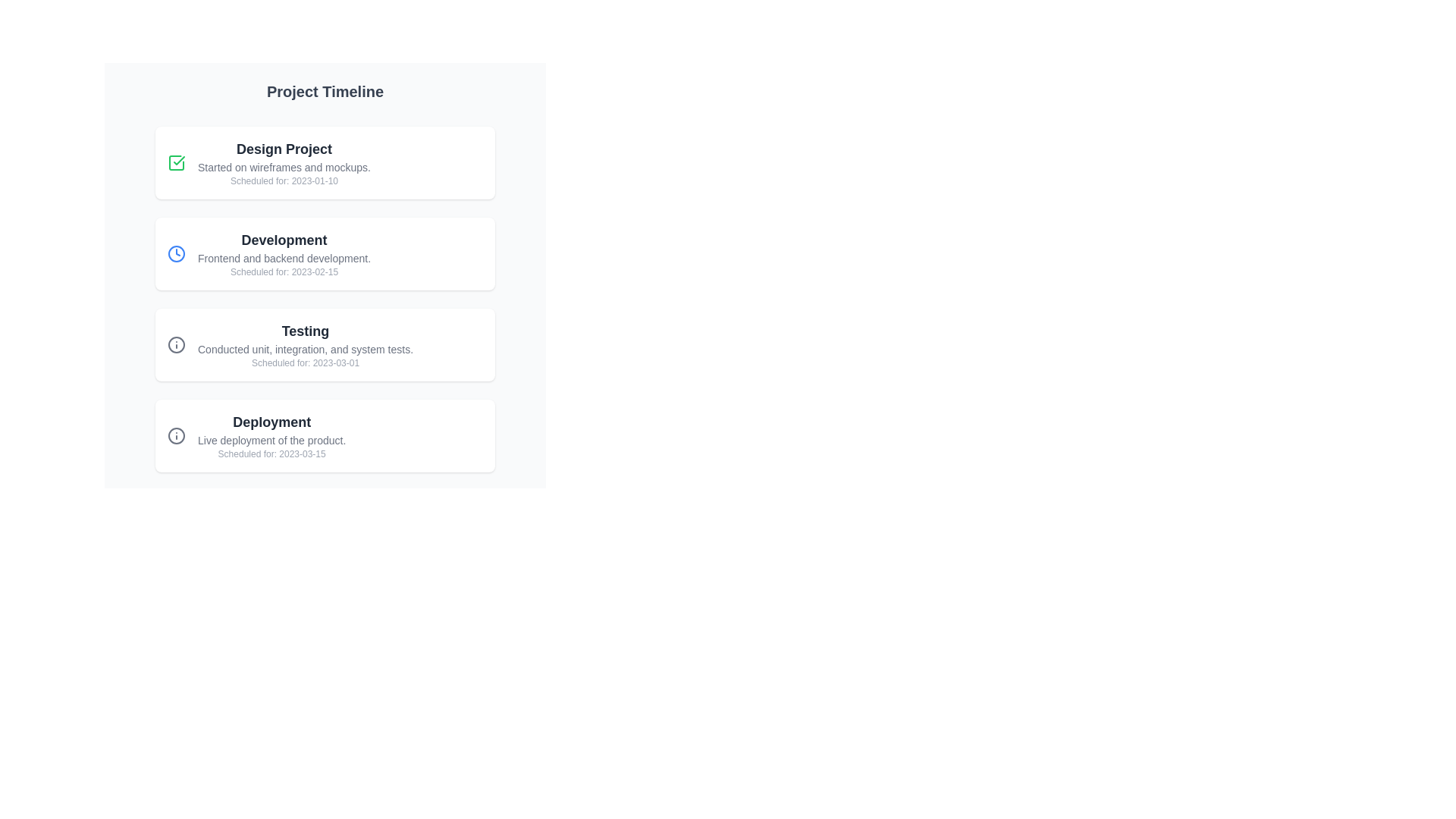 The width and height of the screenshot is (1456, 819). What do you see at coordinates (324, 345) in the screenshot?
I see `the testing phase card in the project timeline` at bounding box center [324, 345].